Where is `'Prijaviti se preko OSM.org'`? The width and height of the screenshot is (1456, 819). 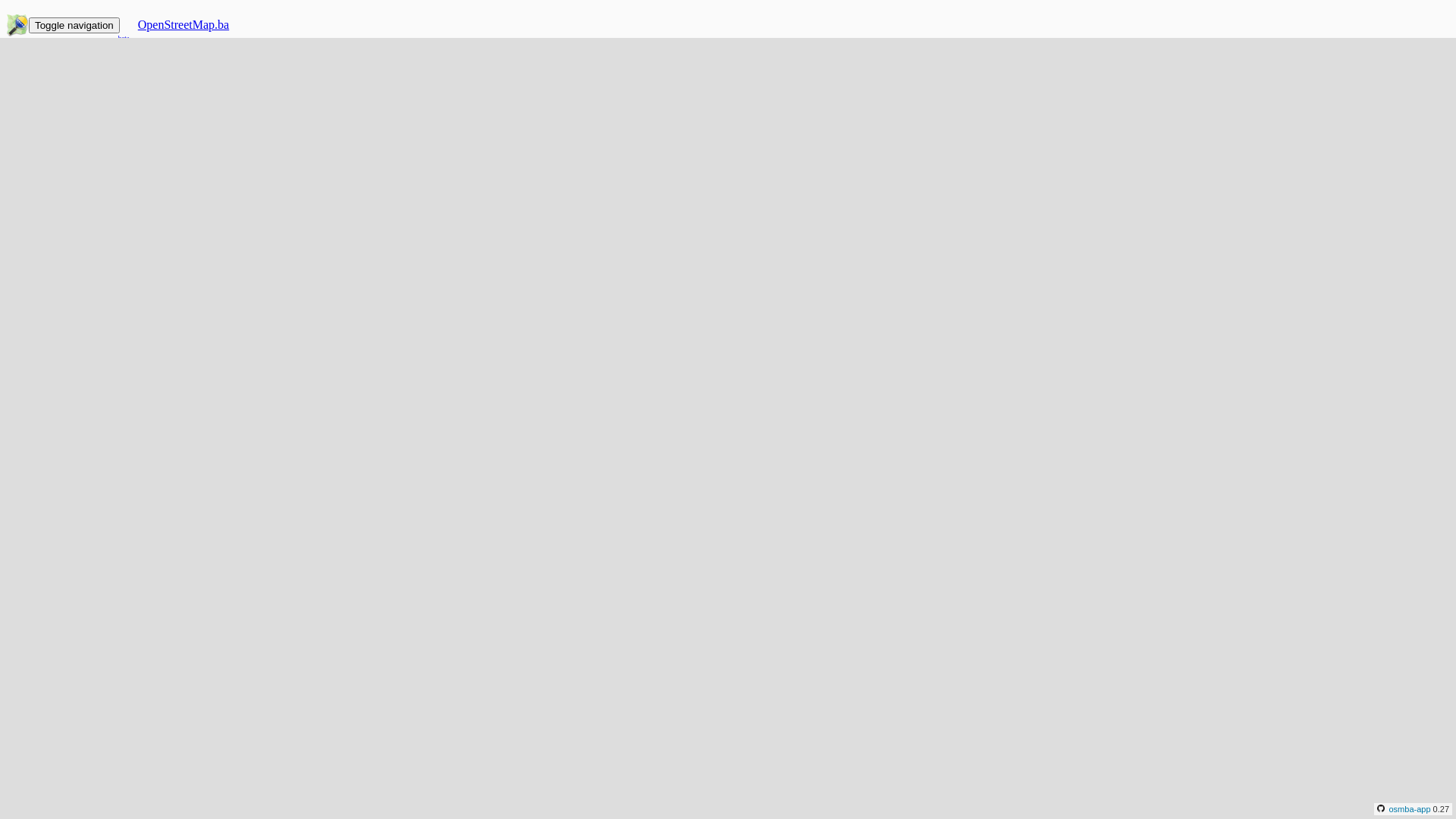
'Prijaviti se preko OSM.org' is located at coordinates (140, 180).